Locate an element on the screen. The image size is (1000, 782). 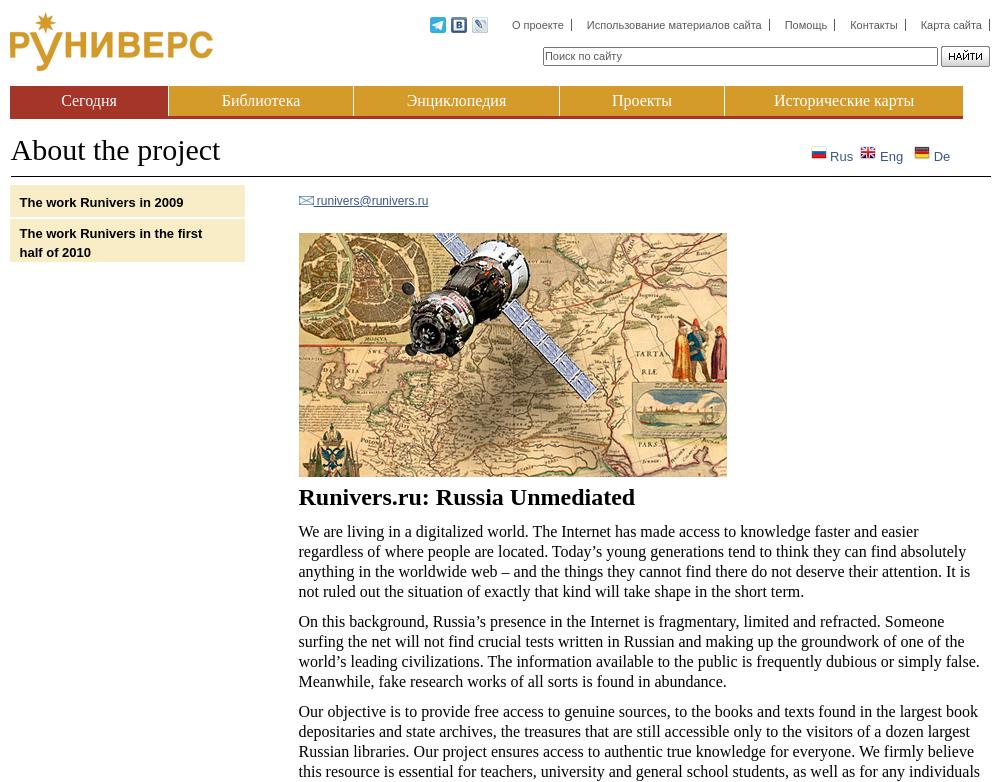
'About the project' is located at coordinates (10, 149).